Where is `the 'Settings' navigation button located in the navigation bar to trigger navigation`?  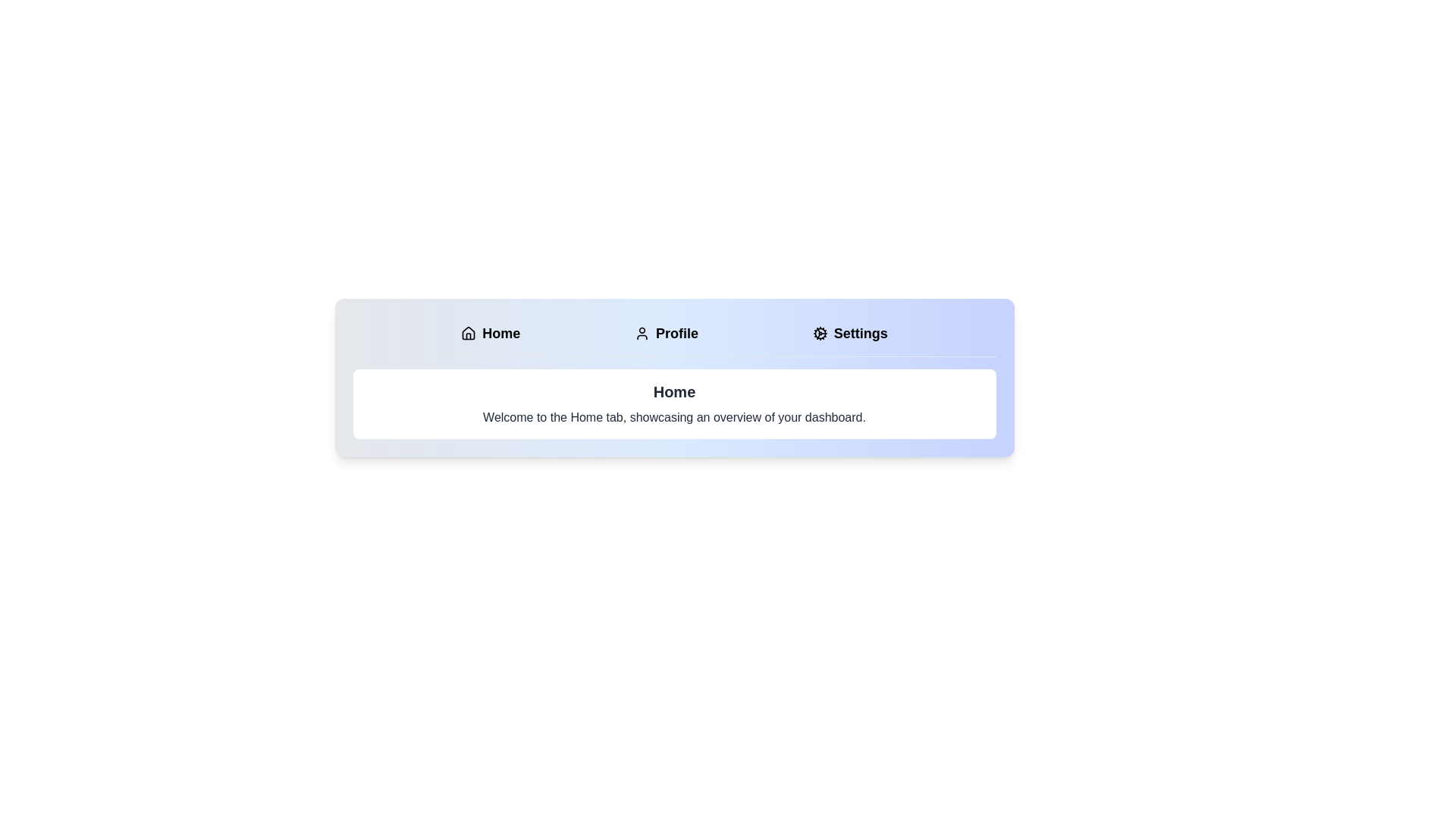 the 'Settings' navigation button located in the navigation bar to trigger navigation is located at coordinates (850, 332).